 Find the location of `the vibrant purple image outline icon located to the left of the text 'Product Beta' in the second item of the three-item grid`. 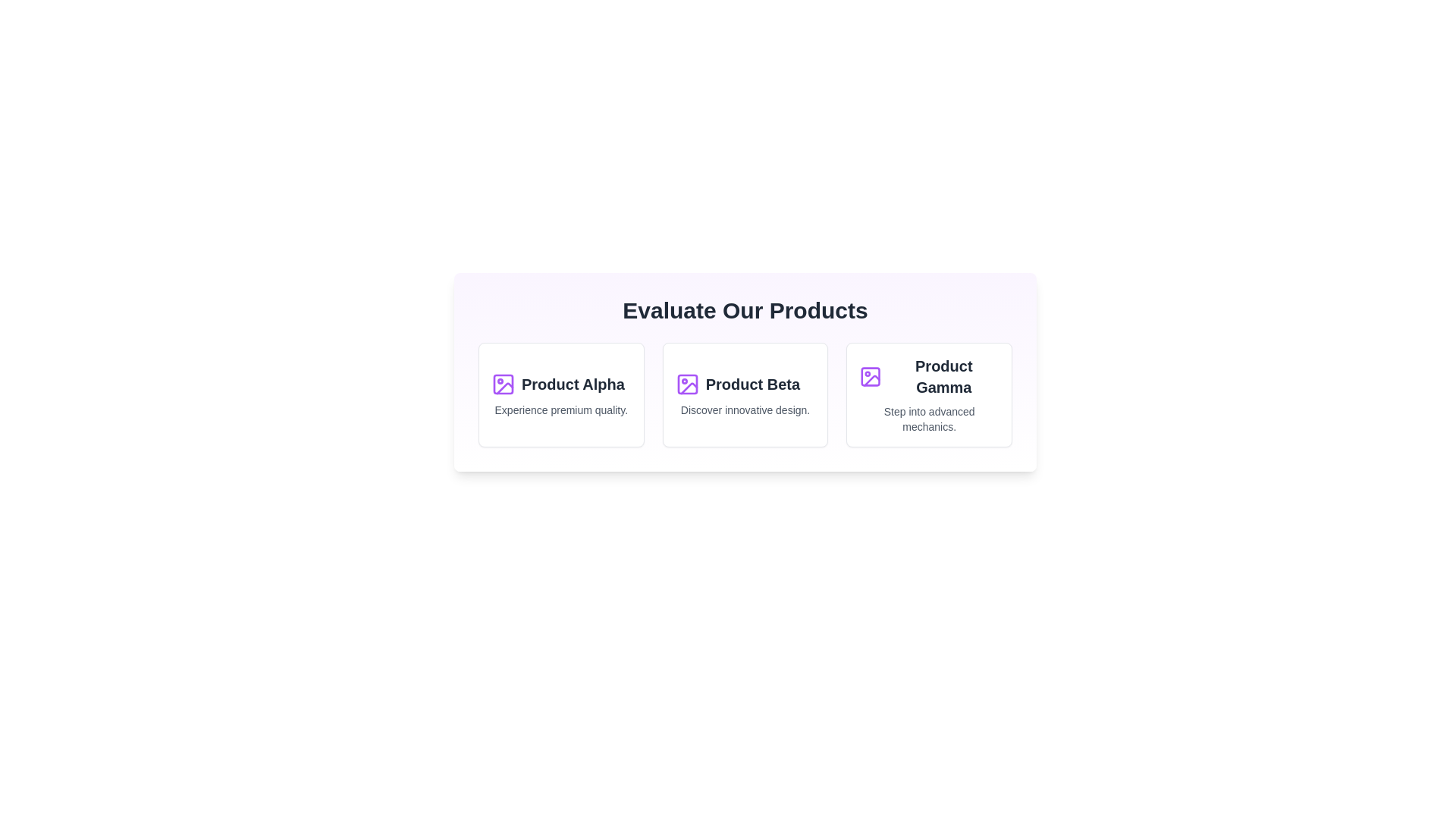

the vibrant purple image outline icon located to the left of the text 'Product Beta' in the second item of the three-item grid is located at coordinates (686, 383).